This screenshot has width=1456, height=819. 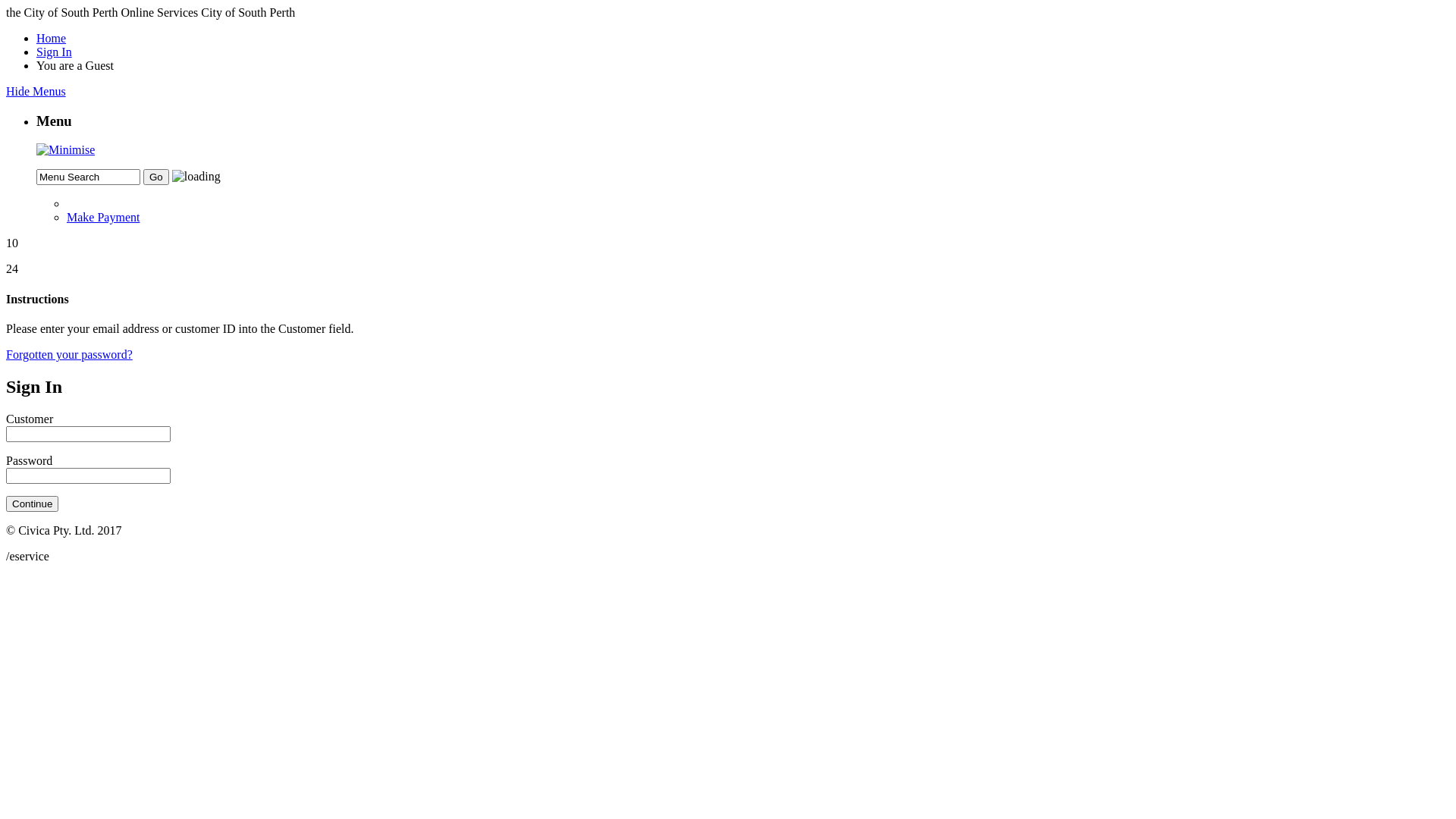 I want to click on 'Sign In', so click(x=36, y=51).